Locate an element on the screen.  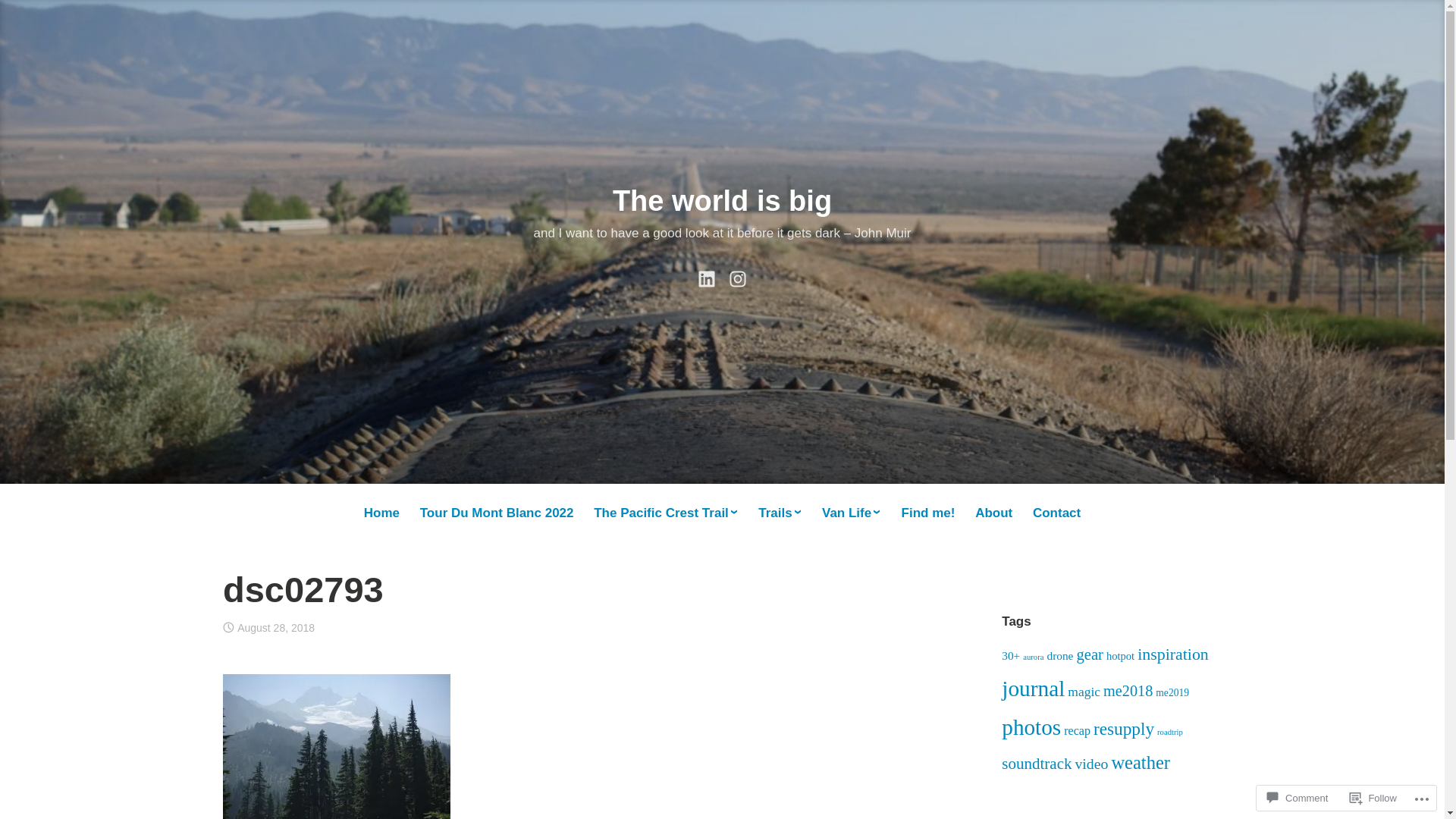
'me2018' is located at coordinates (1103, 690).